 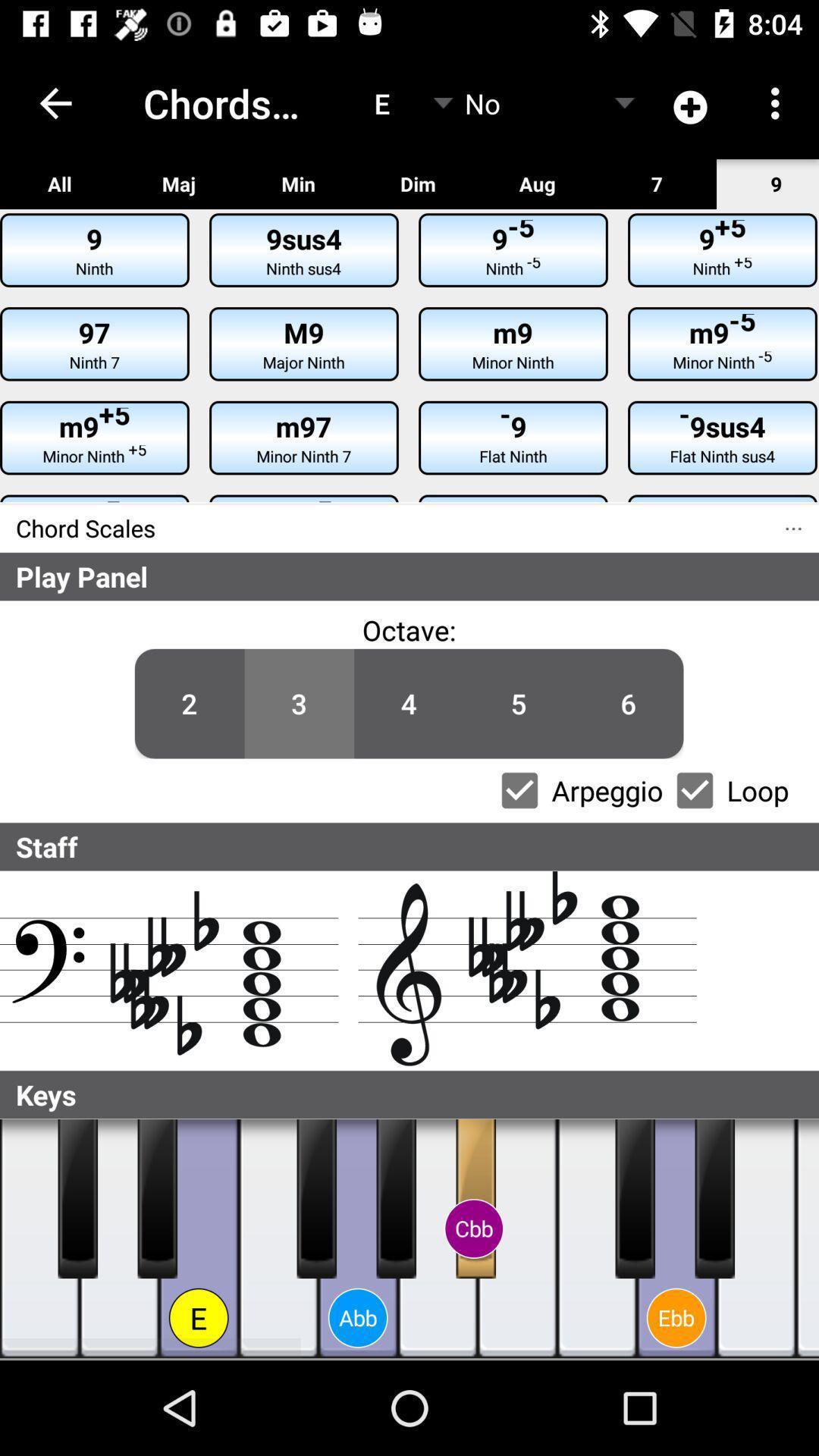 What do you see at coordinates (691, 102) in the screenshot?
I see `icon above the 7 item` at bounding box center [691, 102].